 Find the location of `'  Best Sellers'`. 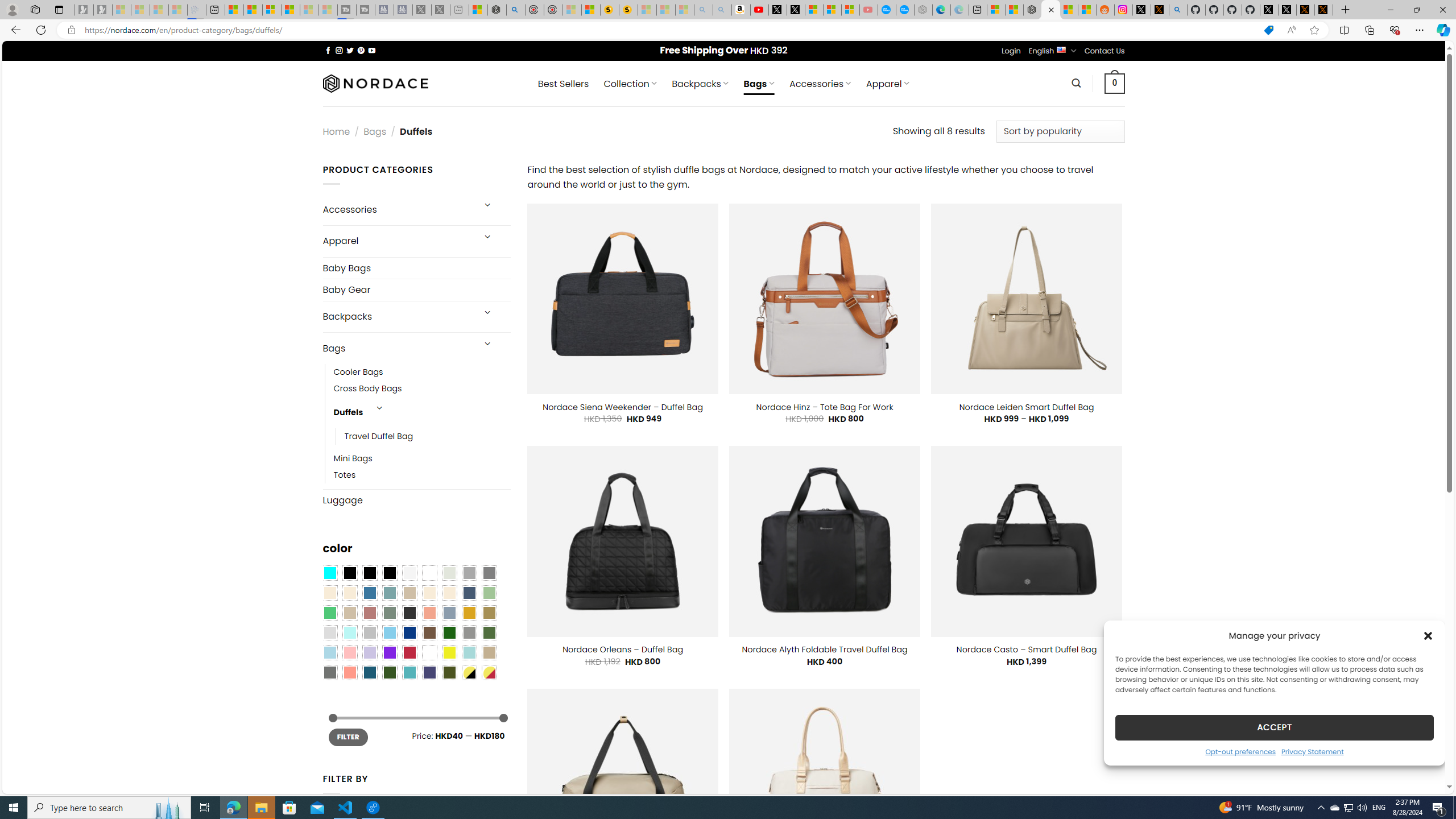

'  Best Sellers' is located at coordinates (563, 83).